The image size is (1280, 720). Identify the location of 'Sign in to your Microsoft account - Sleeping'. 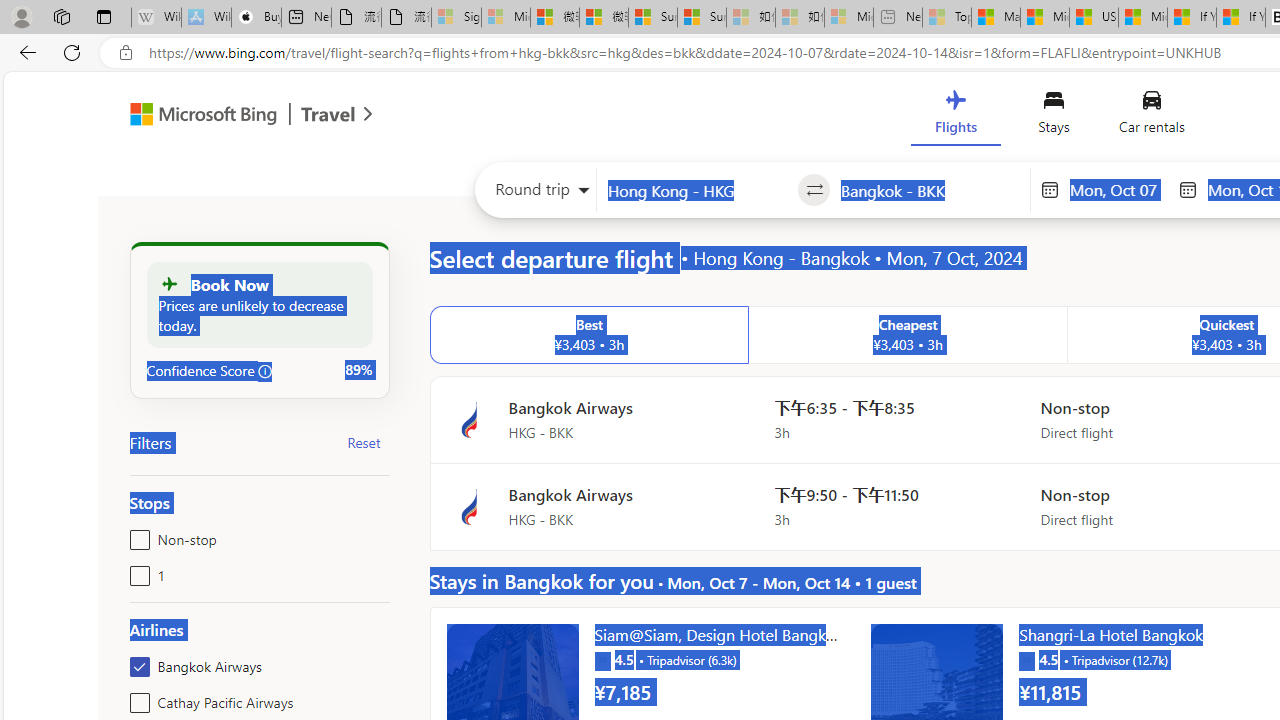
(455, 17).